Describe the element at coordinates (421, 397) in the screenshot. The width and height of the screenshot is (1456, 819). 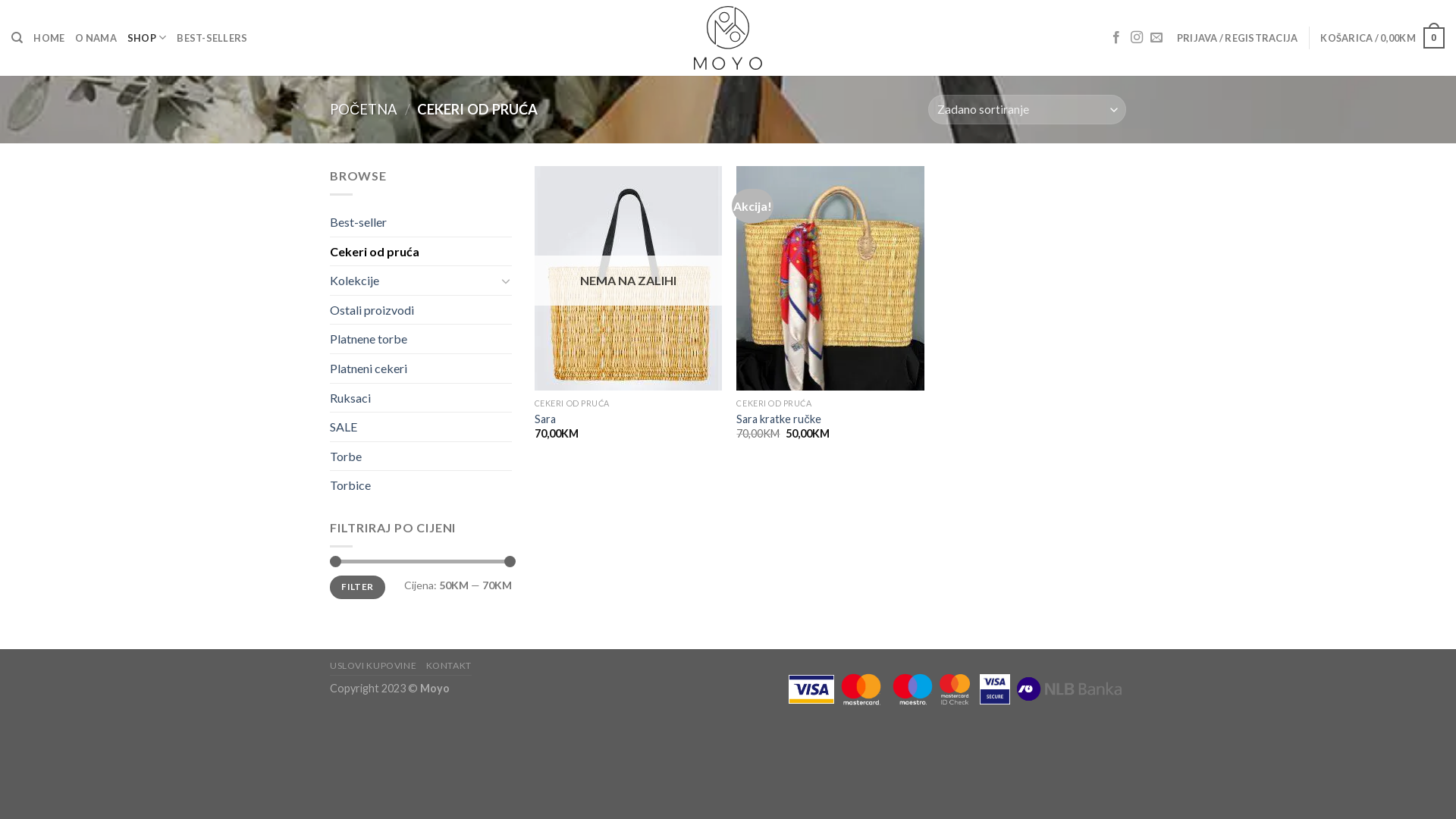
I see `'Ruksaci'` at that location.